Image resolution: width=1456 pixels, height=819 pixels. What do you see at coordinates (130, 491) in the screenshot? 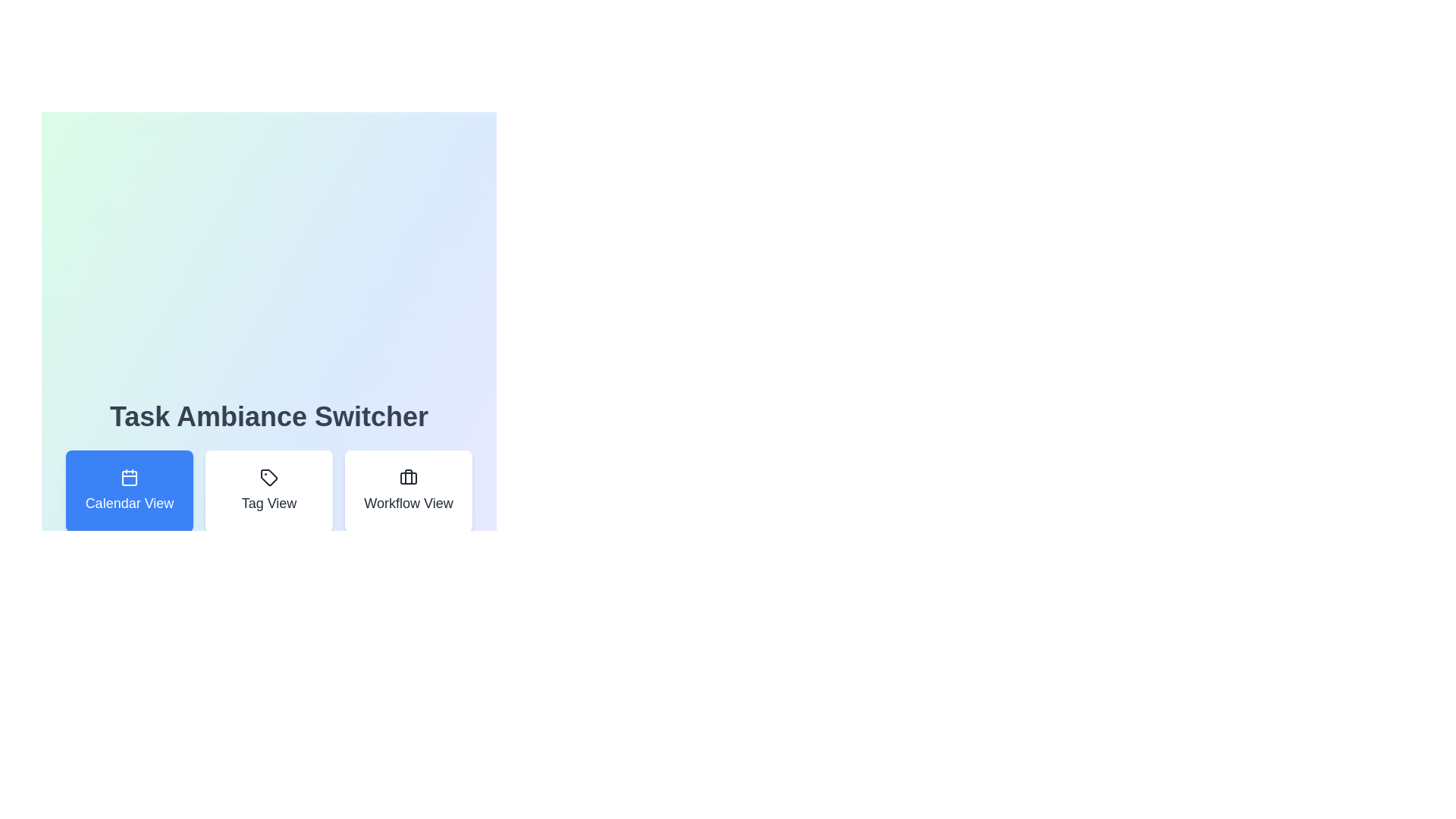
I see `the leftmost button labeled 'Calendar View' in the 'Task Ambiance Switcher' section to trigger a tooltip or visual effect` at bounding box center [130, 491].